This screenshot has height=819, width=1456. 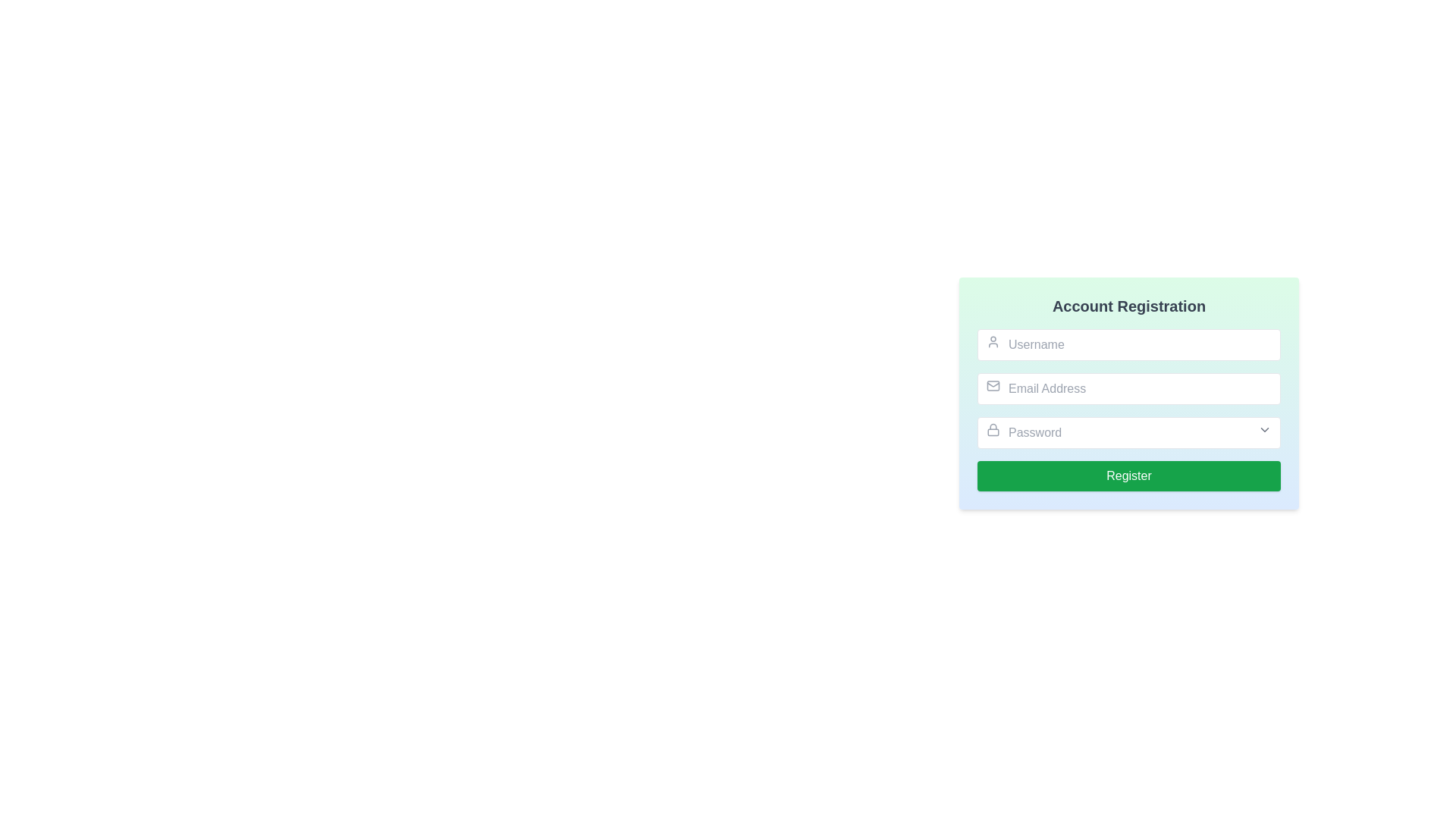 What do you see at coordinates (1128, 475) in the screenshot?
I see `the 'Register' button with a green background and white text` at bounding box center [1128, 475].